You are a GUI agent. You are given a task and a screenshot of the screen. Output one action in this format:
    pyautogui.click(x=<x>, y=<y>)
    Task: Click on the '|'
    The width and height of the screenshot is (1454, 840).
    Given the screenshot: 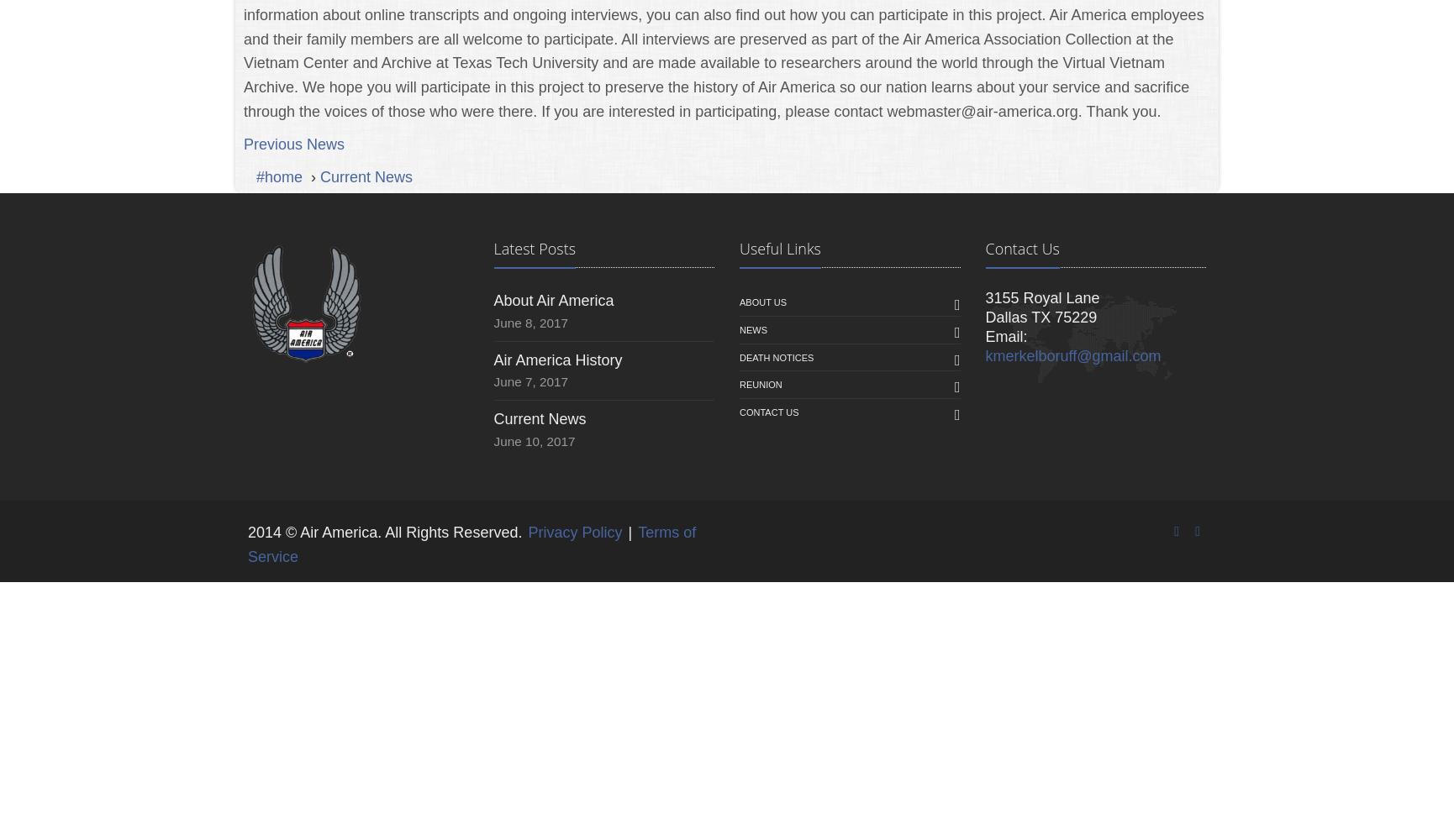 What is the action you would take?
    pyautogui.click(x=629, y=533)
    